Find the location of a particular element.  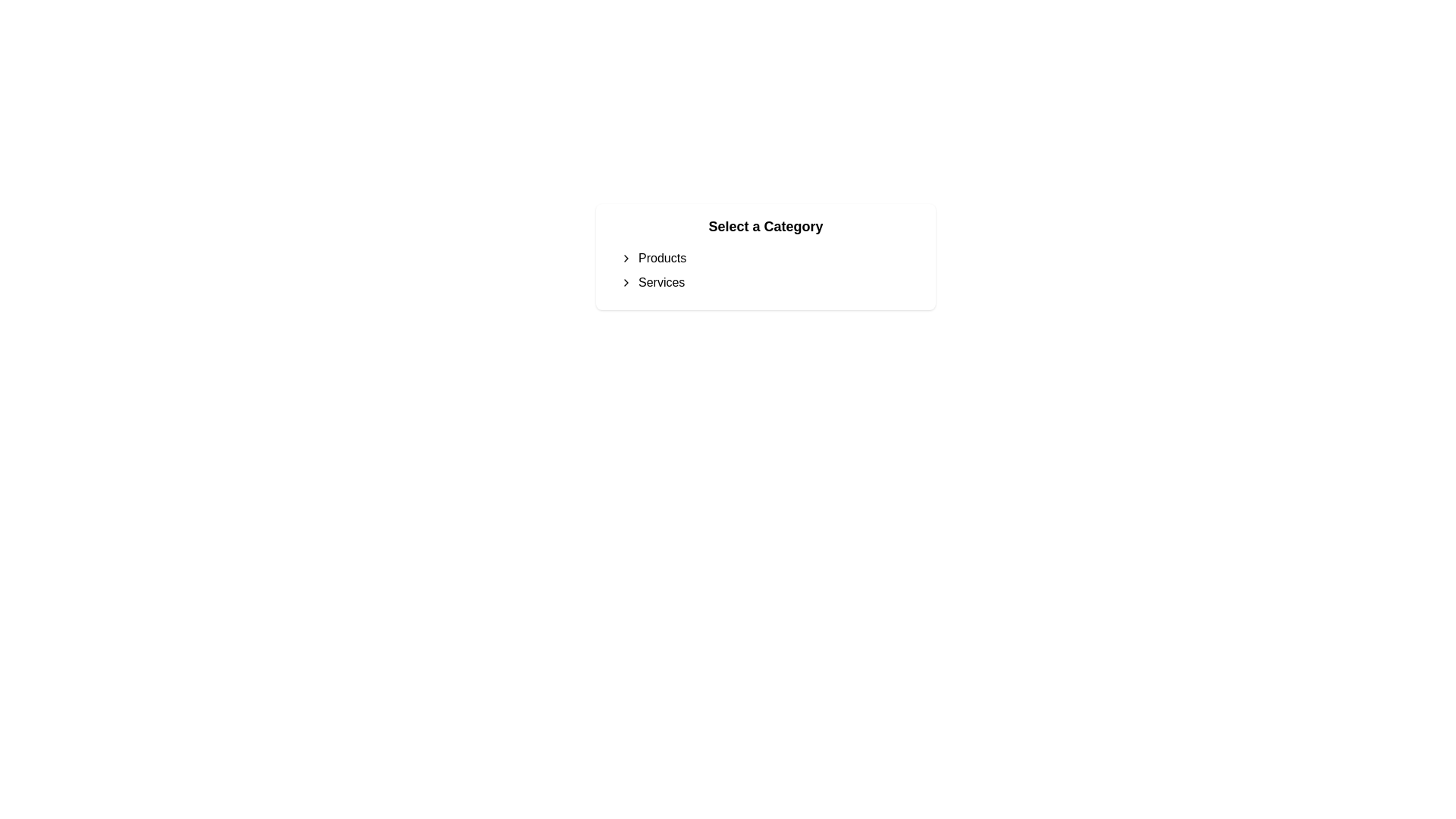

the right-pointing chevron arrow icon next to the 'Services' label to trigger the tooltip or highlight effect is located at coordinates (626, 283).